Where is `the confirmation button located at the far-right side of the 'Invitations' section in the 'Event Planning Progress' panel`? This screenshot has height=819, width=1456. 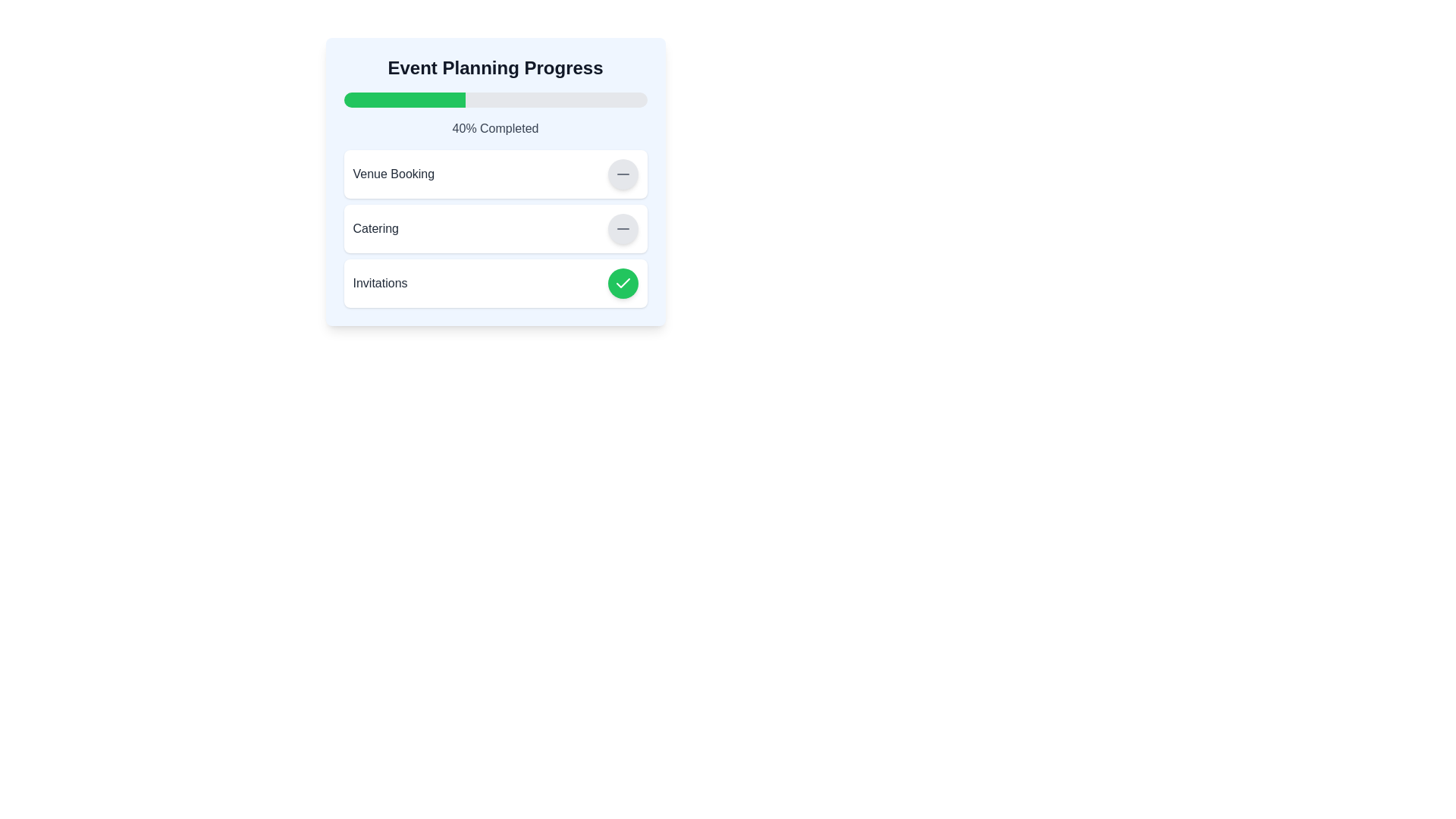
the confirmation button located at the far-right side of the 'Invitations' section in the 'Event Planning Progress' panel is located at coordinates (623, 284).